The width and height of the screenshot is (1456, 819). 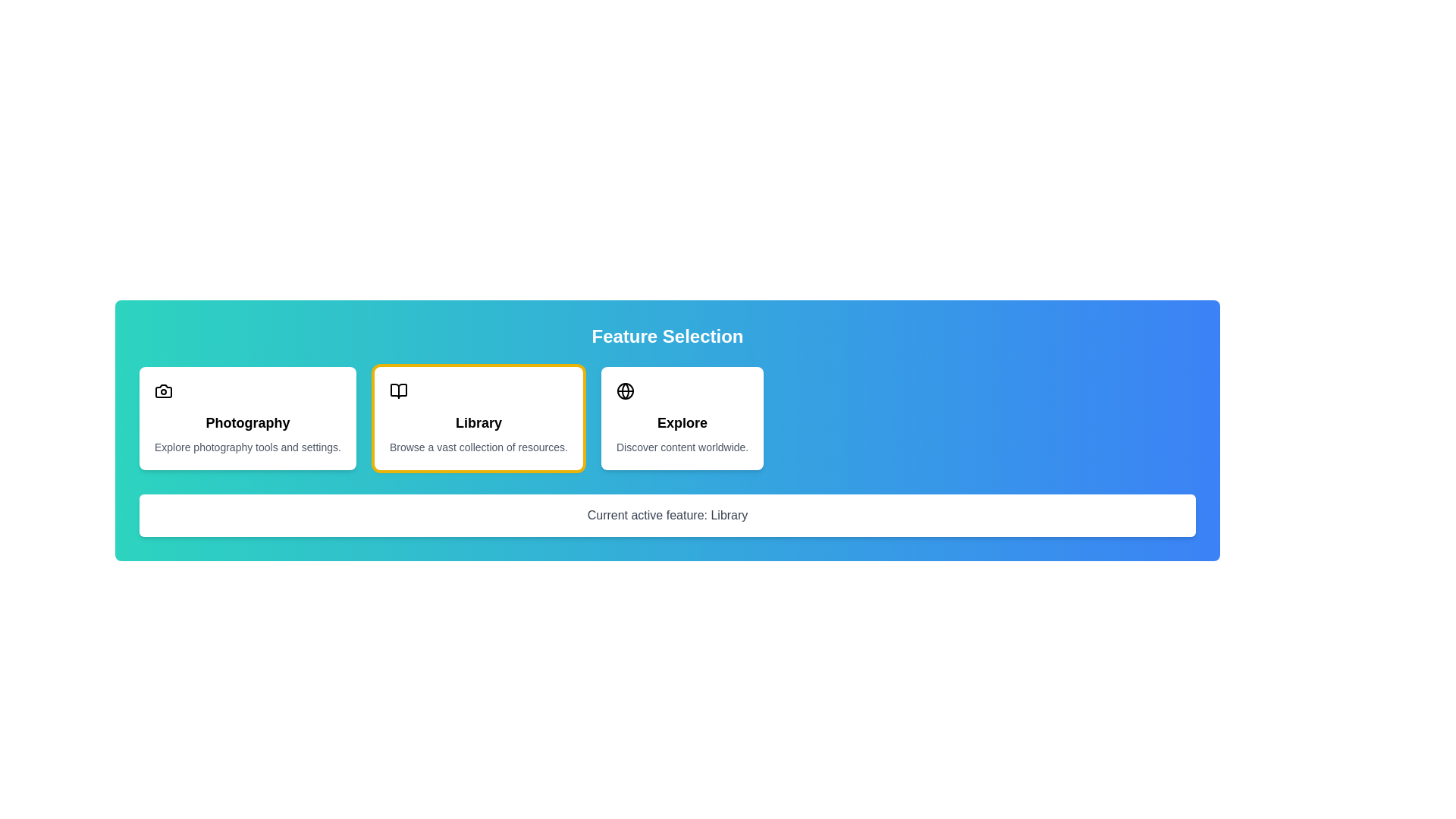 What do you see at coordinates (247, 423) in the screenshot?
I see `the text label displaying 'Photography', which is positioned below a camera icon and above secondary text in the center-left card of the interface` at bounding box center [247, 423].